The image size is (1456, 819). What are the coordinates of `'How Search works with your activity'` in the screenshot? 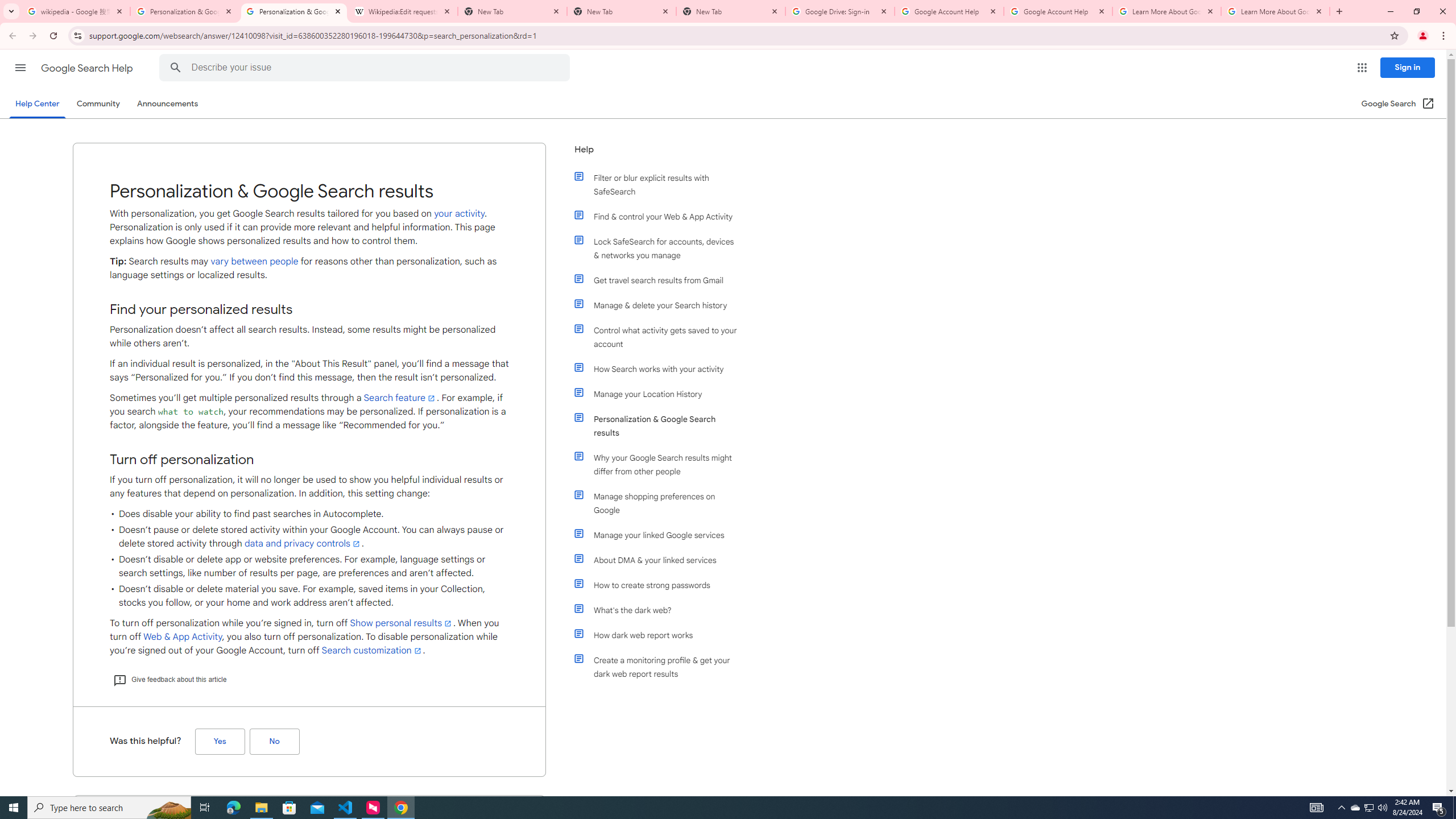 It's located at (661, 368).